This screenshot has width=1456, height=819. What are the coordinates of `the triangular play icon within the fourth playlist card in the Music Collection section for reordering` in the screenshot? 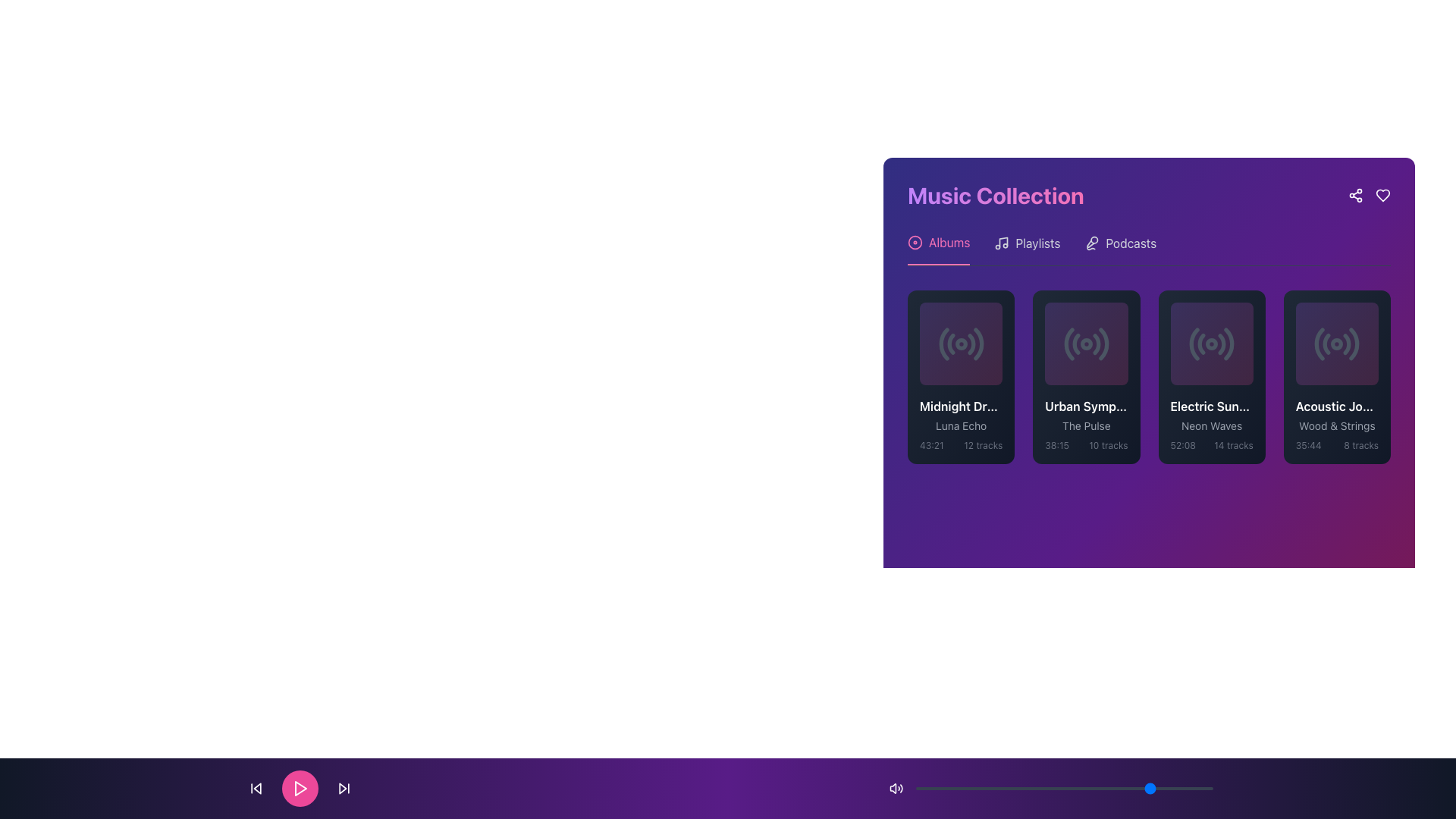 It's located at (1338, 344).